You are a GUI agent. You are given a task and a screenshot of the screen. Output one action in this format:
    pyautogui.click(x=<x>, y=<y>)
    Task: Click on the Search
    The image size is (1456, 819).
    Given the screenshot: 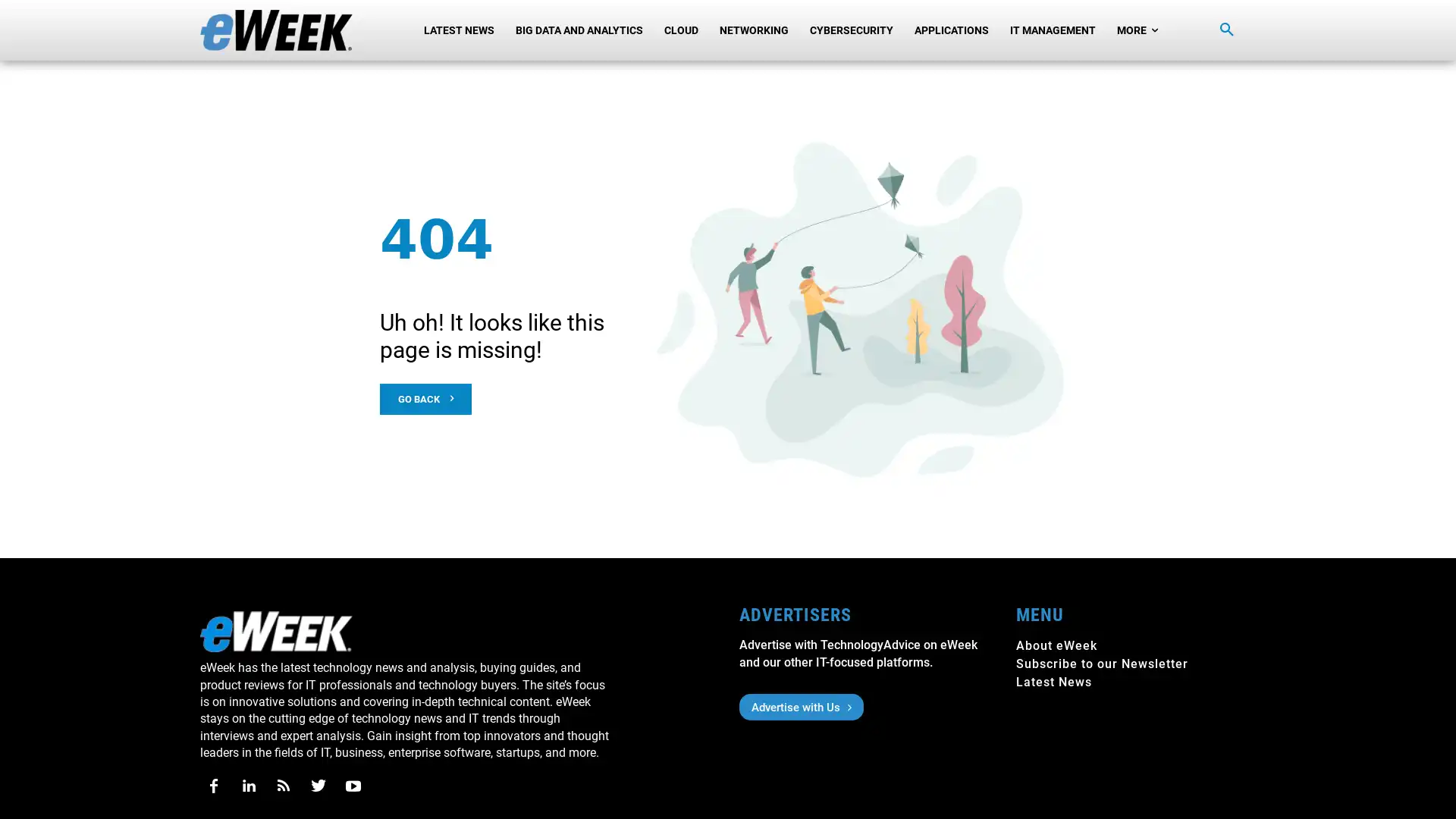 What is the action you would take?
    pyautogui.click(x=1226, y=30)
    